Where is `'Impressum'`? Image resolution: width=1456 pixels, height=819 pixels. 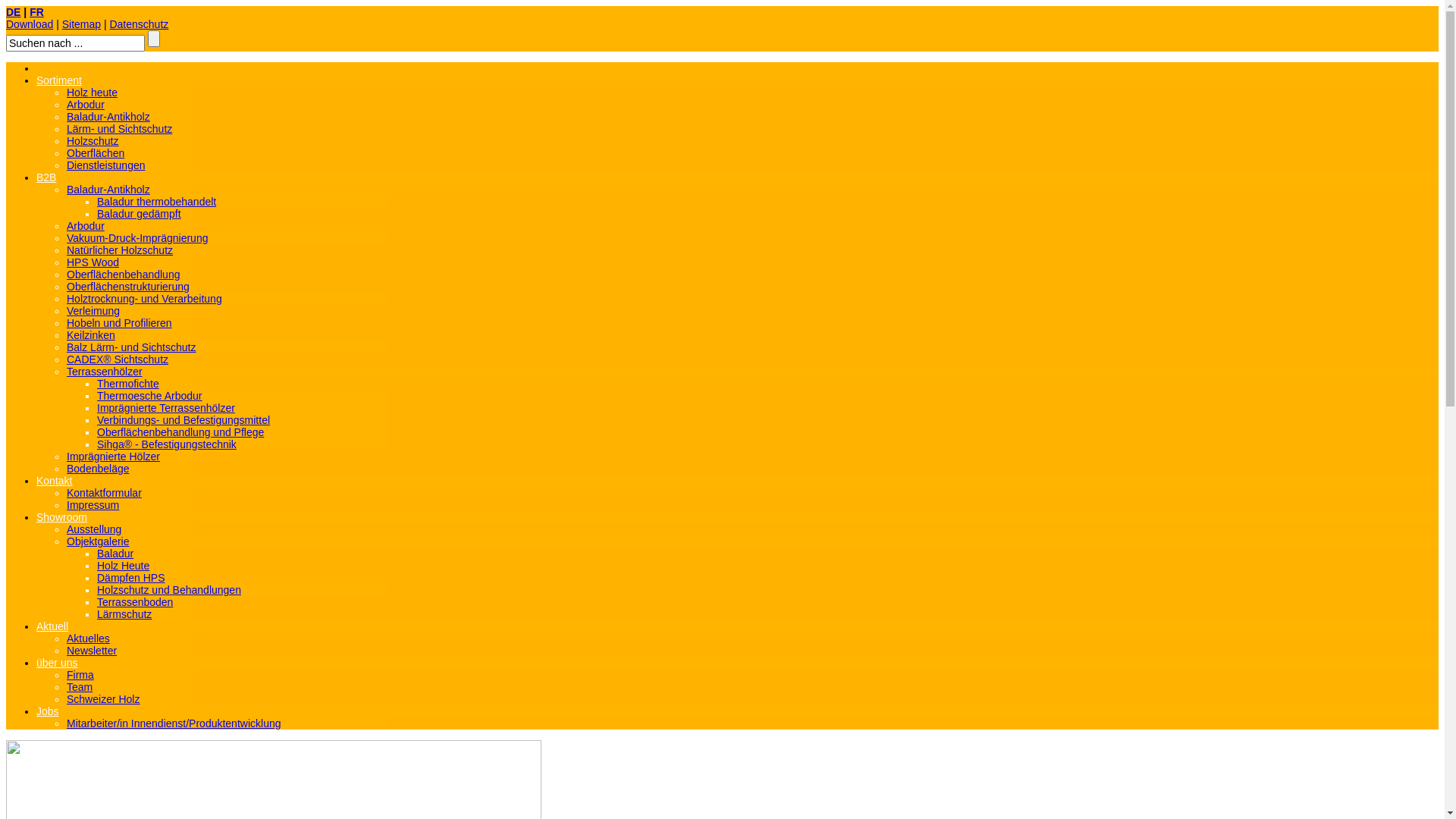
'Impressum' is located at coordinates (92, 505).